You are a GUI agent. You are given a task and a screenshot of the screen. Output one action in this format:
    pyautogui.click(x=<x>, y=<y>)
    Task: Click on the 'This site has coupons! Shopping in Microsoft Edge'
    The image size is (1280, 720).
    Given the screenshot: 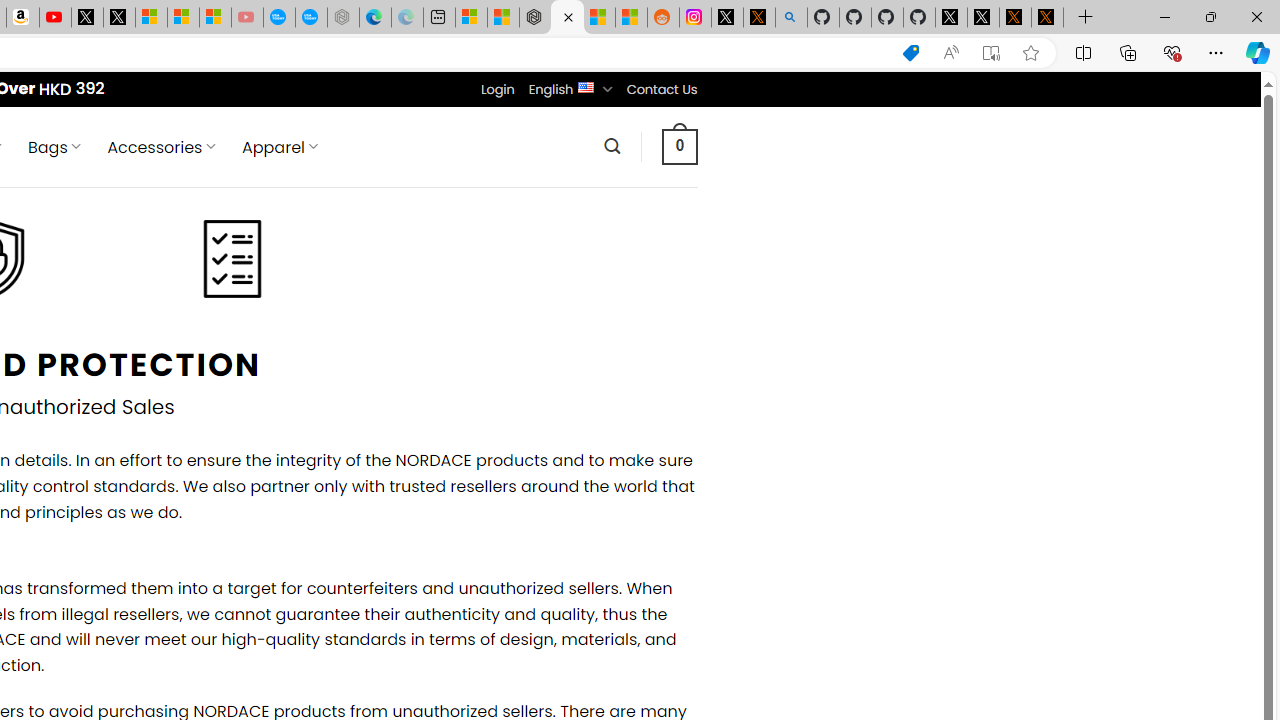 What is the action you would take?
    pyautogui.click(x=909, y=52)
    